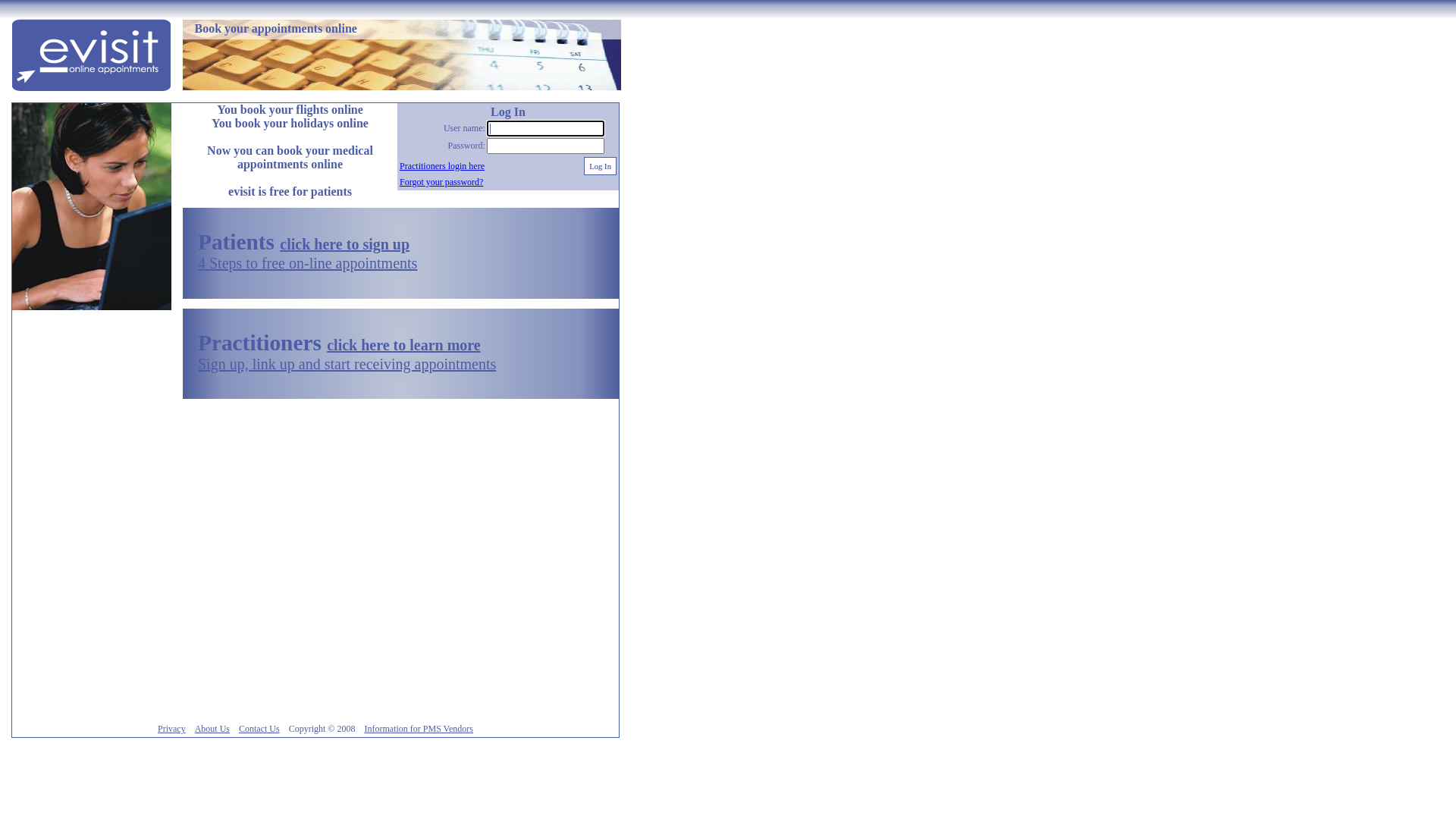 This screenshot has width=1456, height=819. Describe the element at coordinates (280, 243) in the screenshot. I see `'click here to sign up'` at that location.